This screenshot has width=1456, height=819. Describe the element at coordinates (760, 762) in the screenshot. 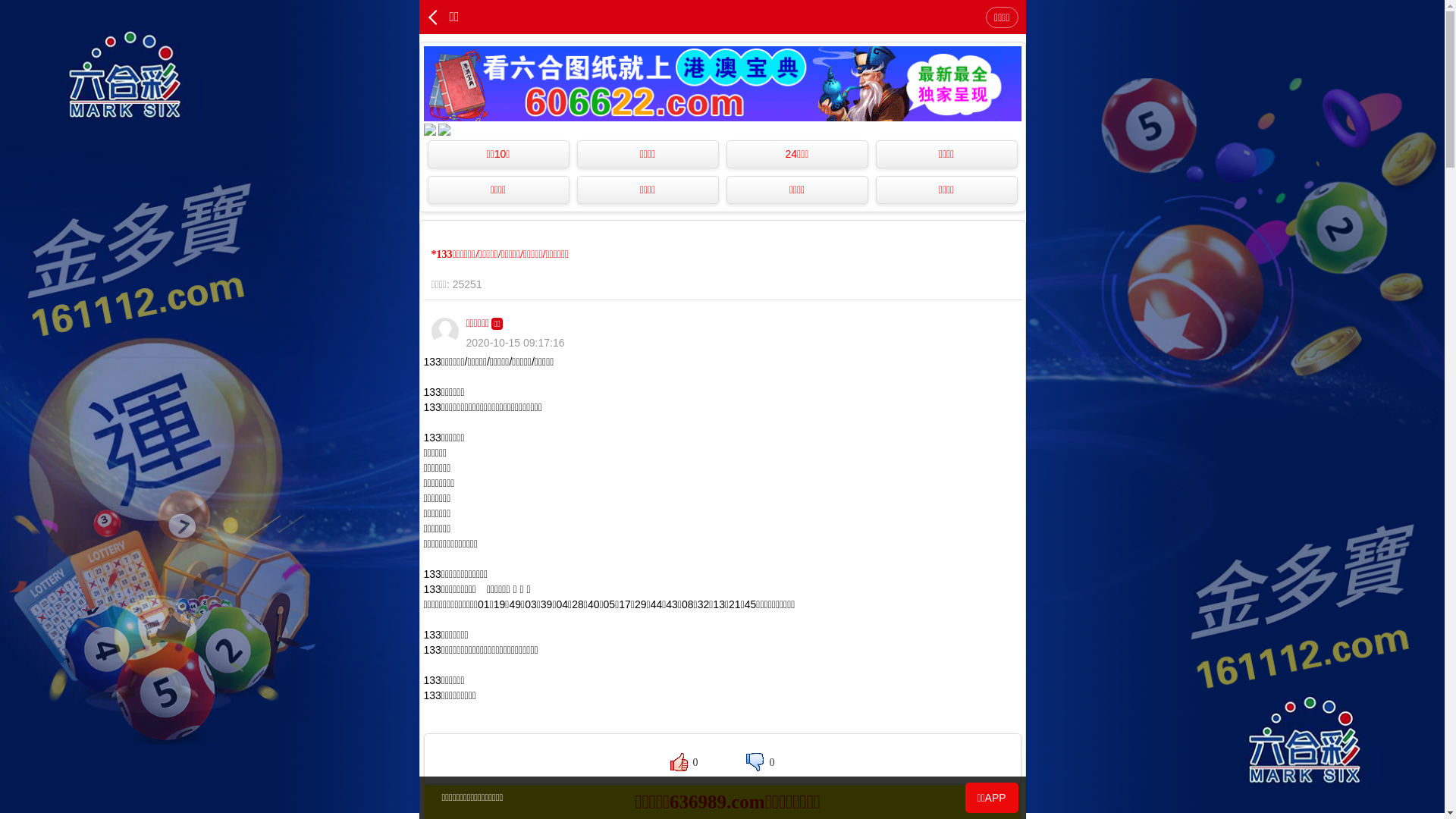

I see `'0'` at that location.